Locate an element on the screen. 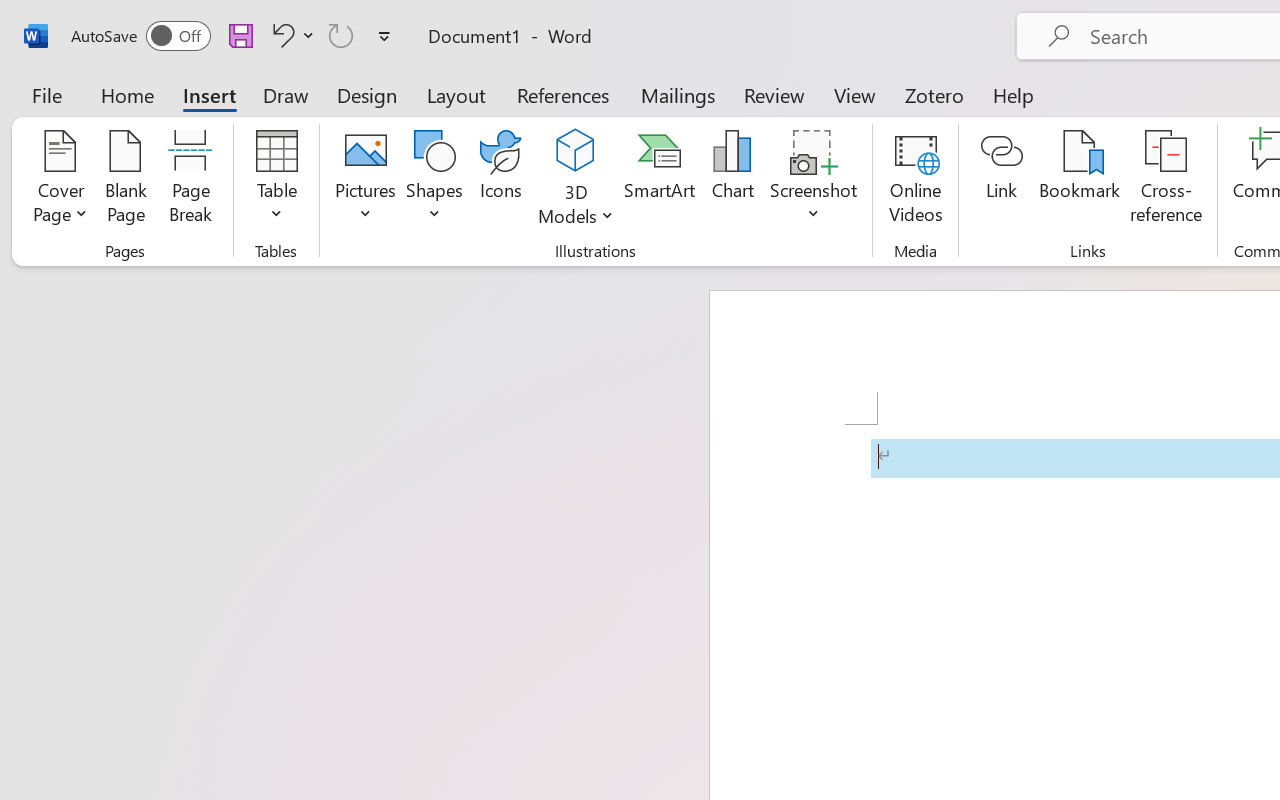 The image size is (1280, 800). 'Table' is located at coordinates (276, 179).